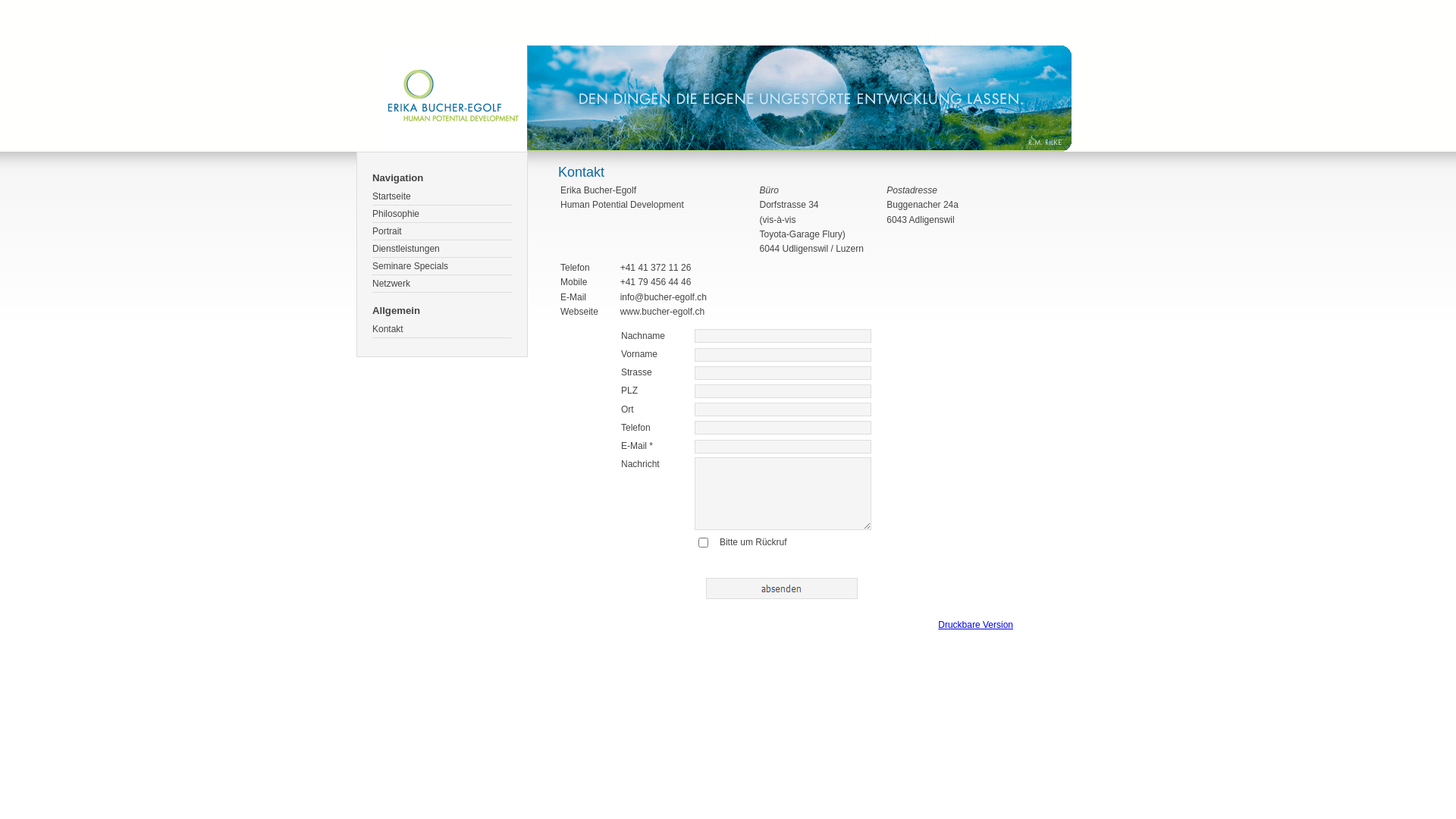 The height and width of the screenshot is (819, 1456). What do you see at coordinates (372, 196) in the screenshot?
I see `'Startseite'` at bounding box center [372, 196].